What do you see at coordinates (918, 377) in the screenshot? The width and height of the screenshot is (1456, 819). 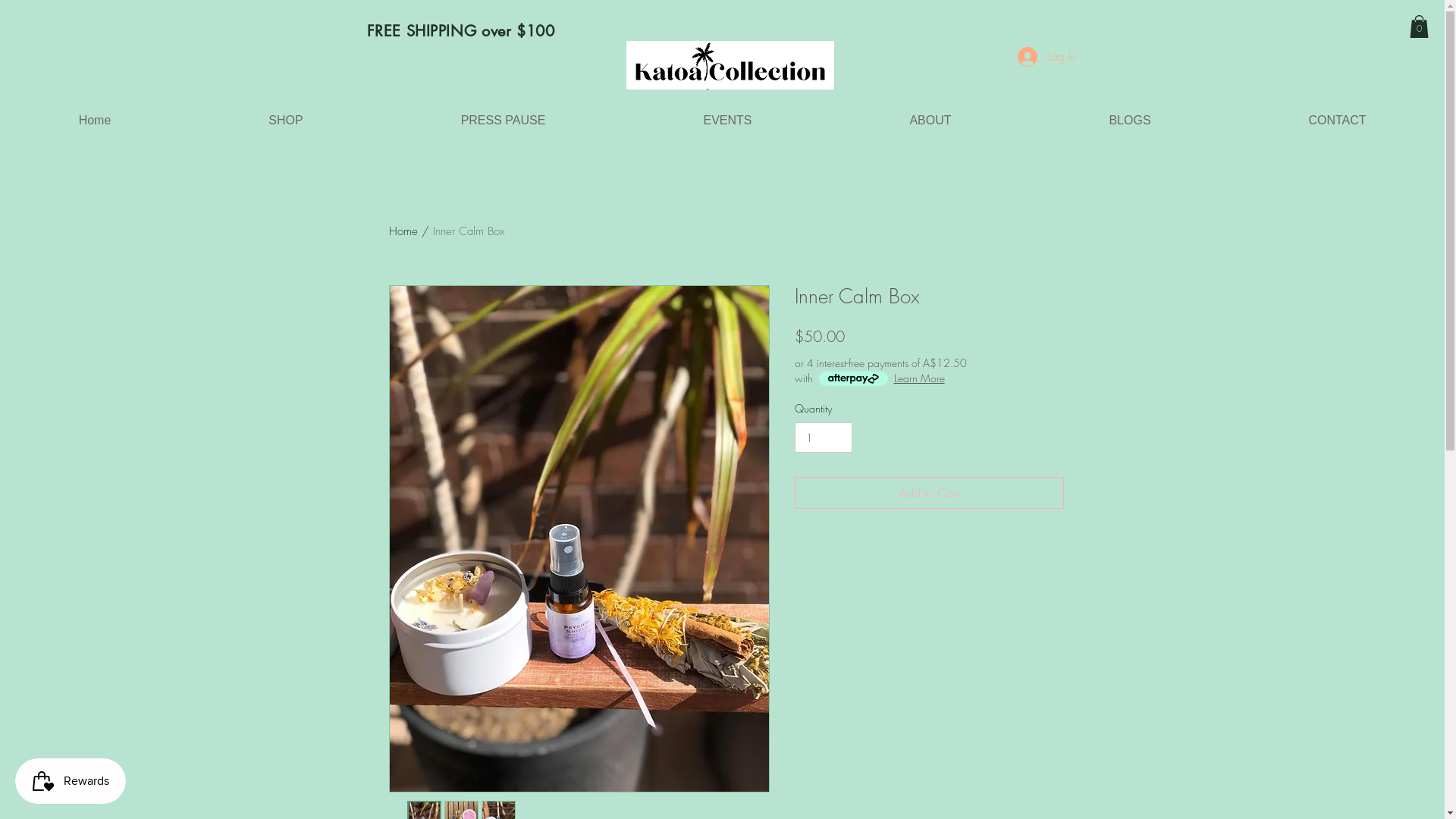 I see `'Learn More'` at bounding box center [918, 377].